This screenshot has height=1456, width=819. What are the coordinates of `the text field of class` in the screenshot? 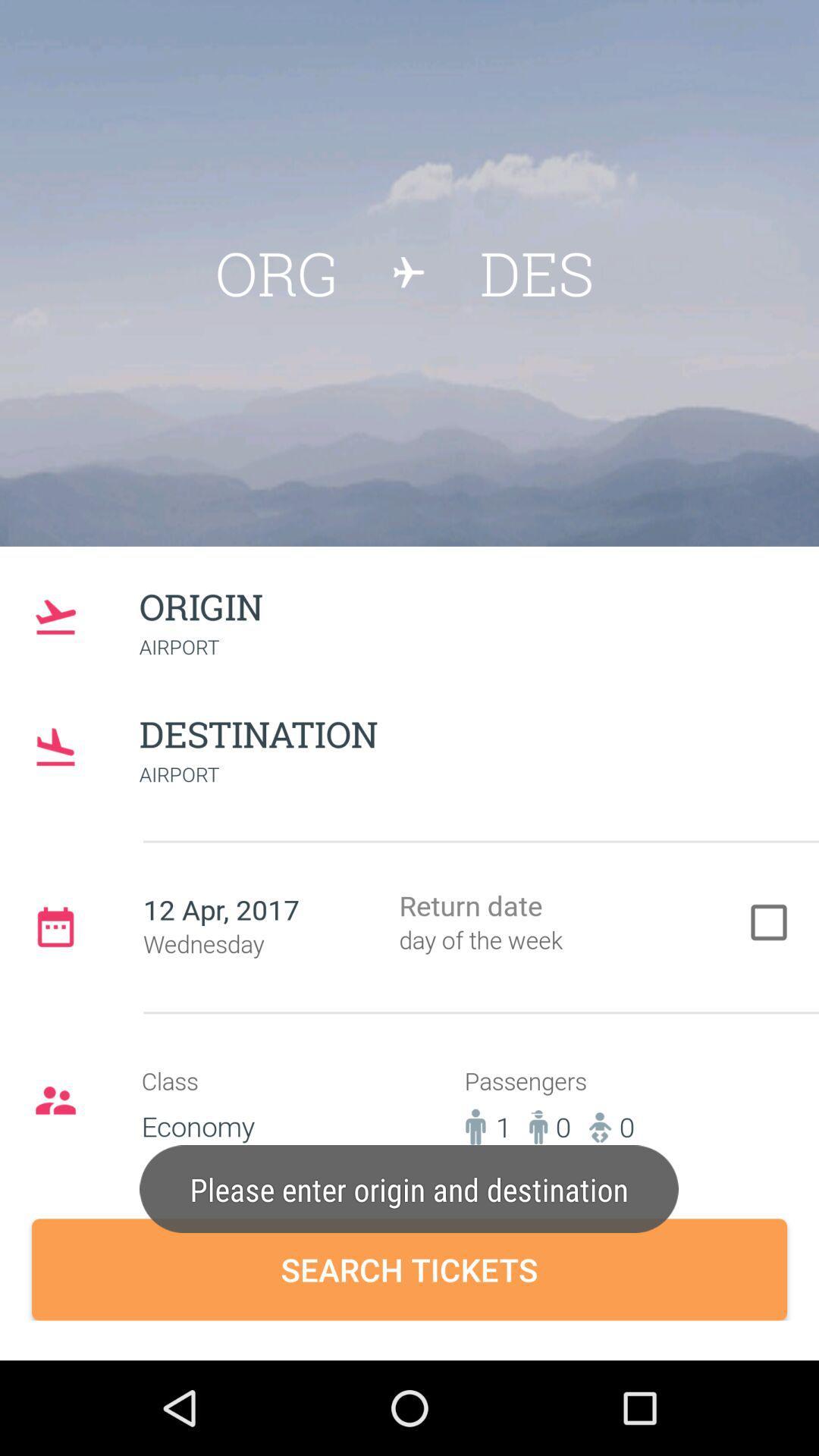 It's located at (258, 1113).